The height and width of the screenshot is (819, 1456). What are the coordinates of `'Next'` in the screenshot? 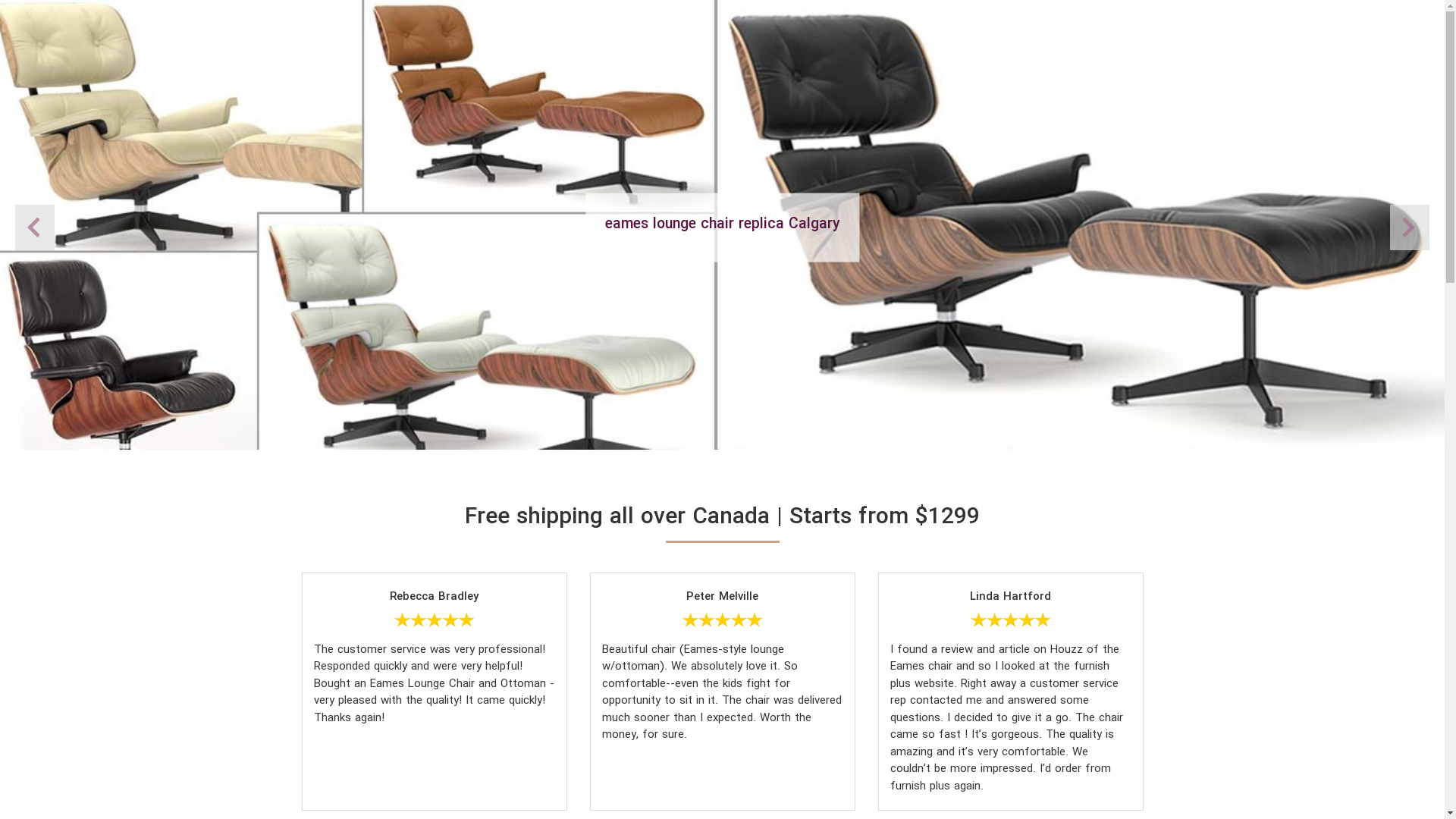 It's located at (35, 227).